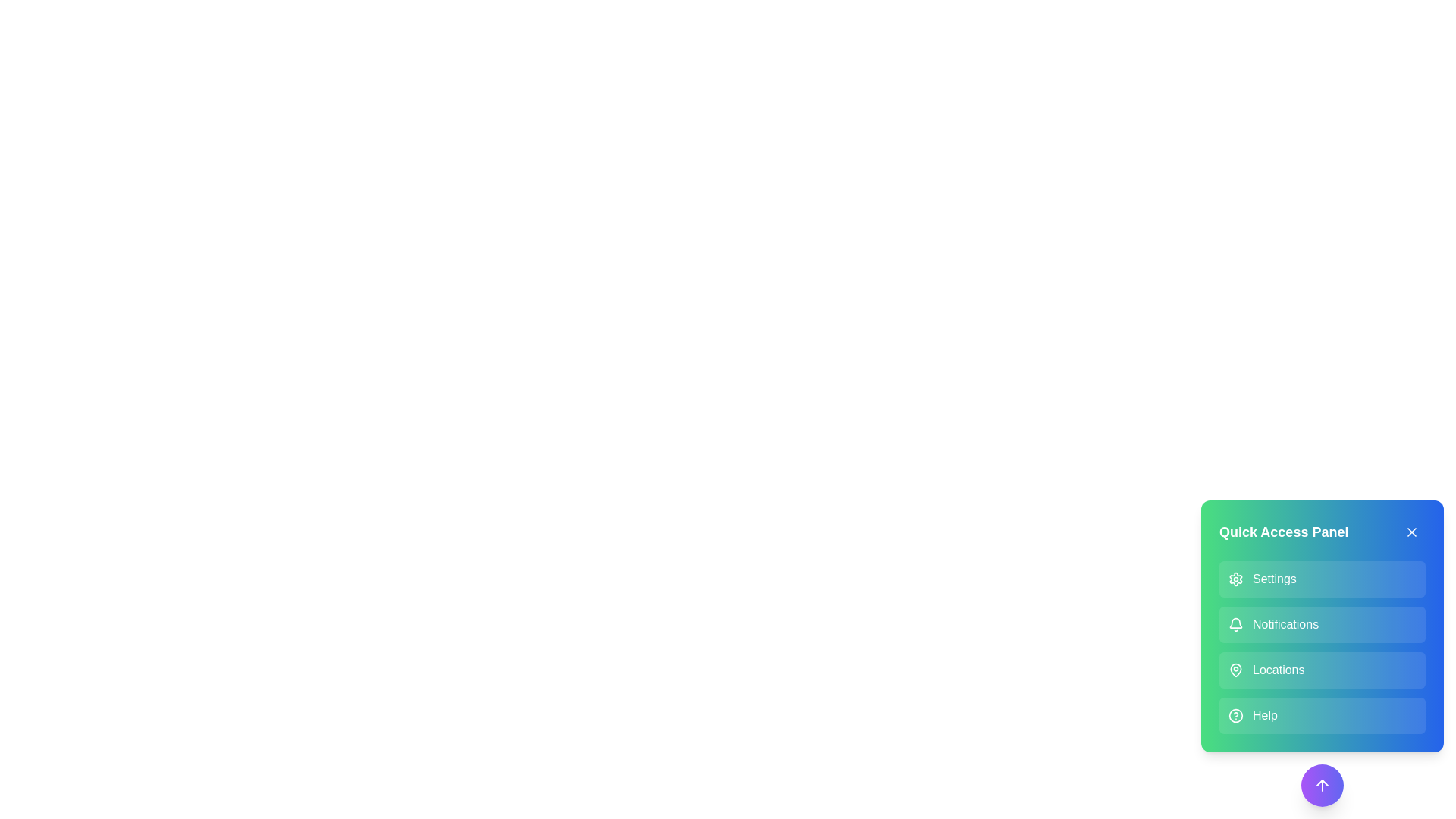  I want to click on the title text label located at the top-left corner of the panel, which serves as the clear label for the panel's functionality, so click(1283, 532).